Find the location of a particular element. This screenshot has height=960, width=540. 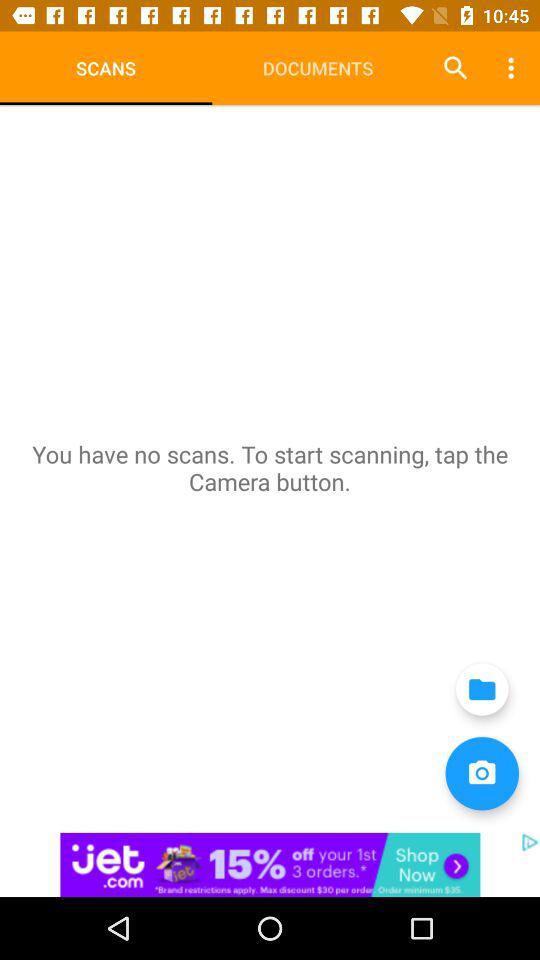

the photo icon is located at coordinates (481, 772).